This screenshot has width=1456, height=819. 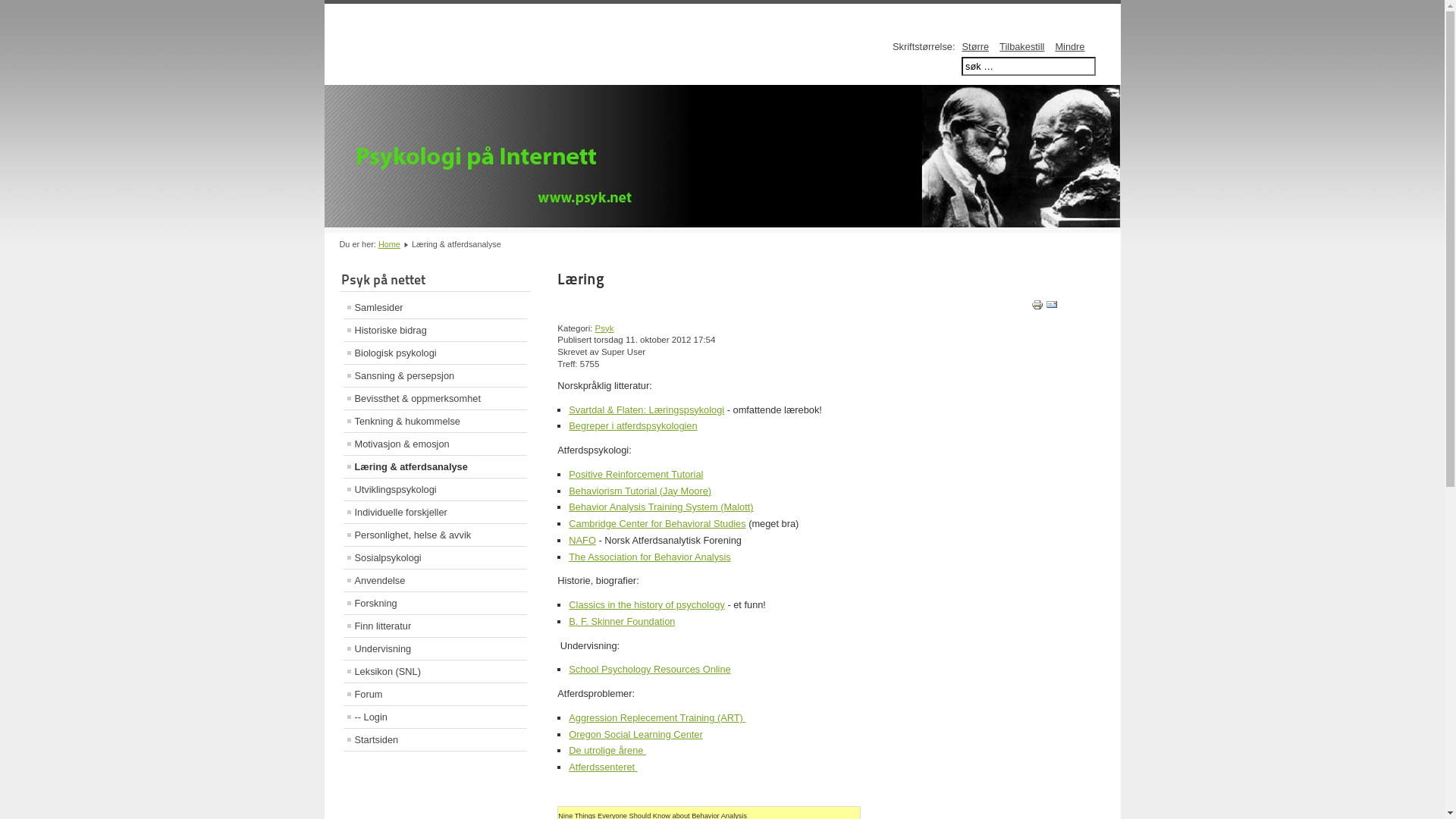 I want to click on 'Startsiden', so click(x=341, y=739).